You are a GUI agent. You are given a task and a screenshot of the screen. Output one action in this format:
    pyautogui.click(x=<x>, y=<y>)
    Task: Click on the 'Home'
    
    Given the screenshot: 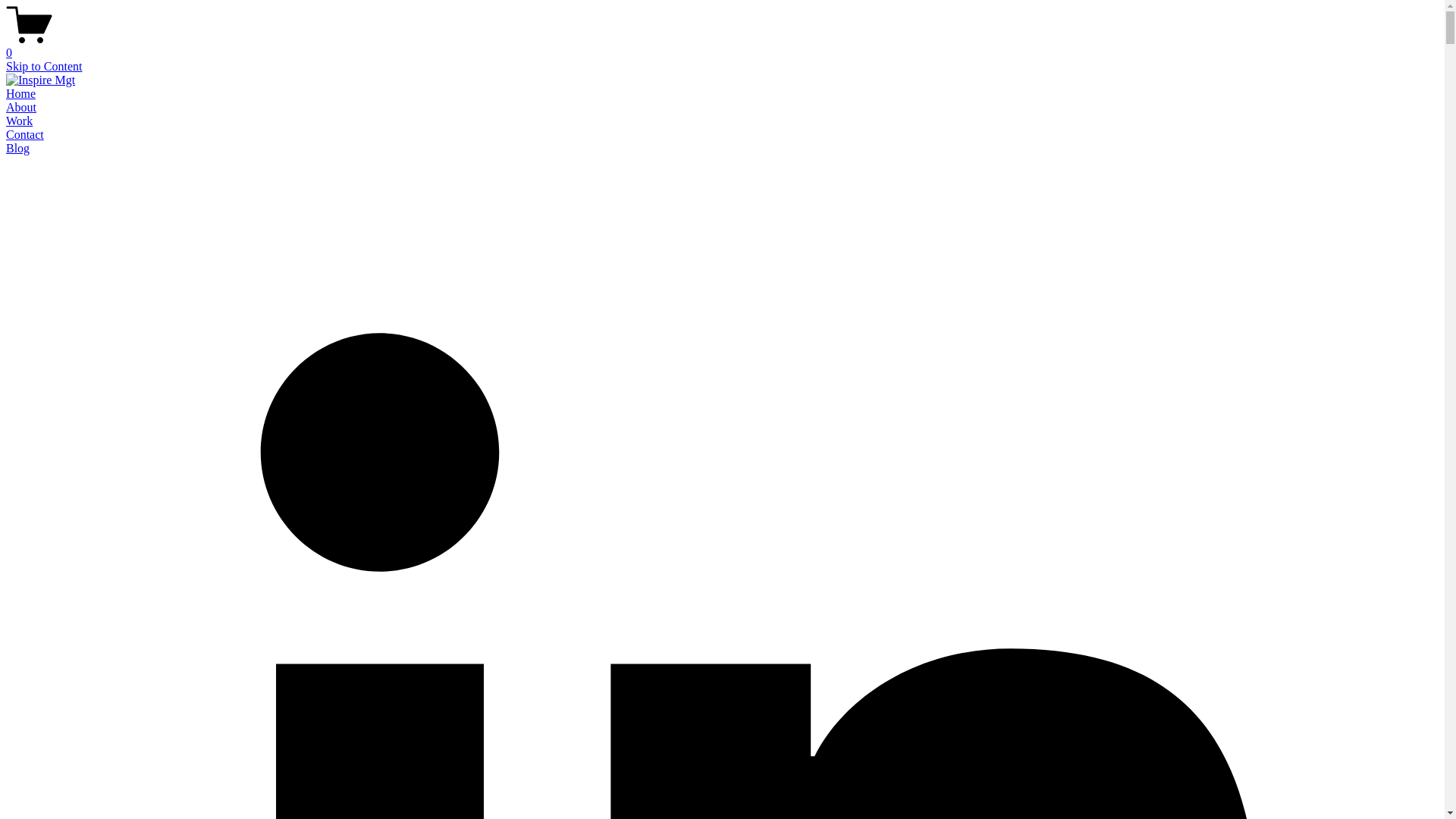 What is the action you would take?
    pyautogui.click(x=20, y=93)
    